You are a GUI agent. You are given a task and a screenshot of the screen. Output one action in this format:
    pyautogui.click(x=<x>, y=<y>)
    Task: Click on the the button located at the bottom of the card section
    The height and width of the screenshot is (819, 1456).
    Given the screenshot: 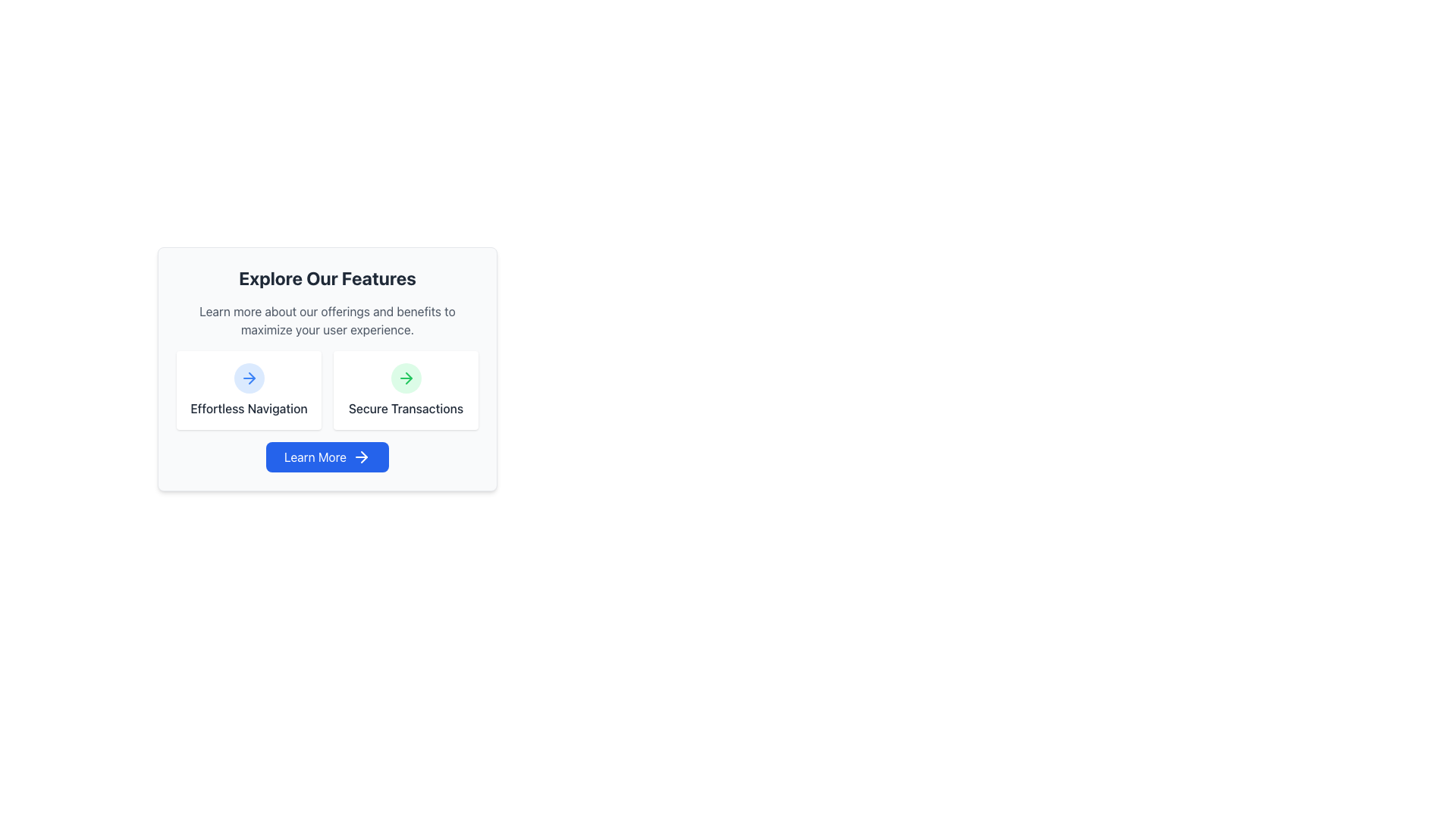 What is the action you would take?
    pyautogui.click(x=327, y=456)
    